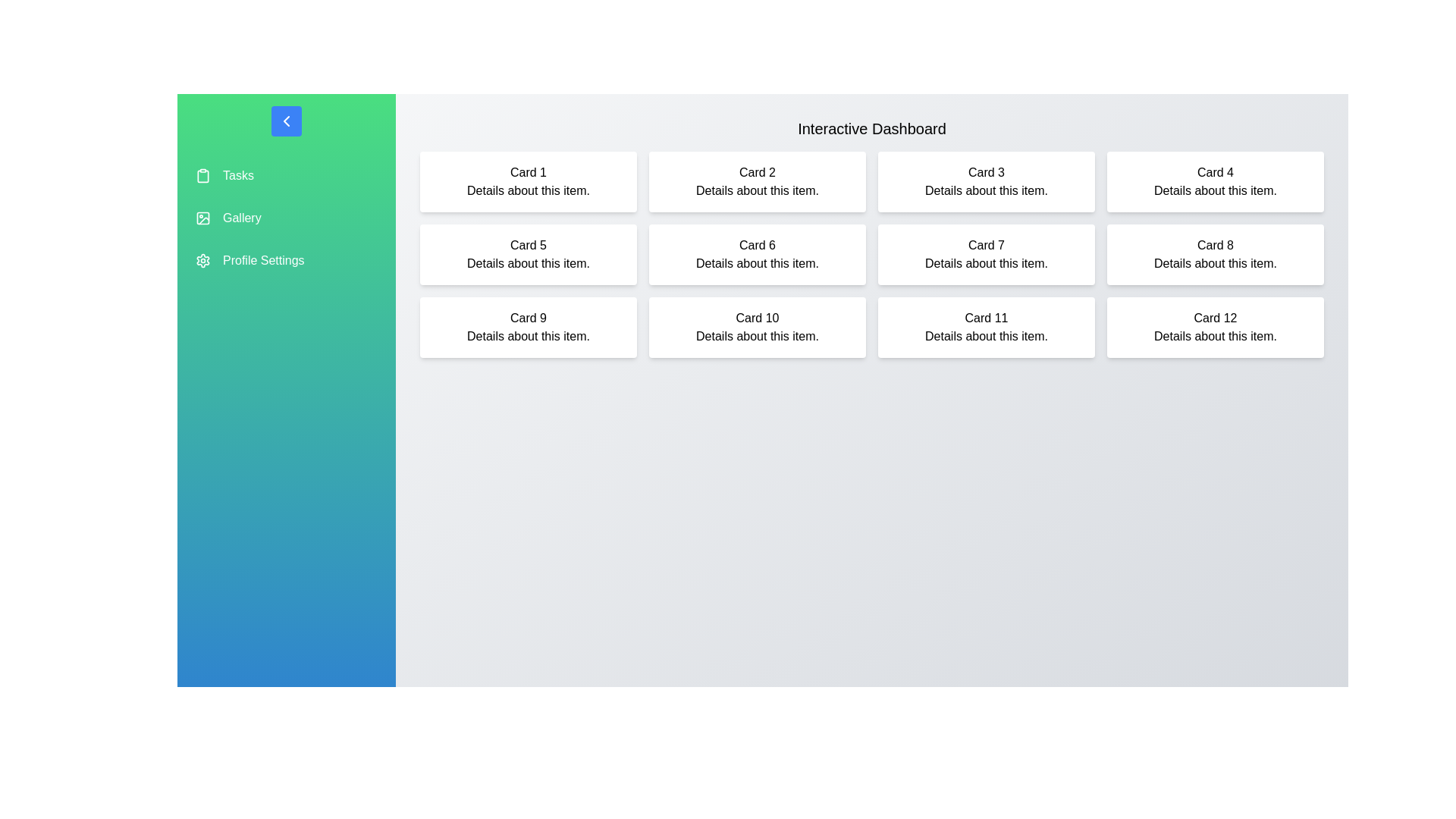  What do you see at coordinates (287, 120) in the screenshot?
I see `toggle button to change the drawer's open/close state` at bounding box center [287, 120].